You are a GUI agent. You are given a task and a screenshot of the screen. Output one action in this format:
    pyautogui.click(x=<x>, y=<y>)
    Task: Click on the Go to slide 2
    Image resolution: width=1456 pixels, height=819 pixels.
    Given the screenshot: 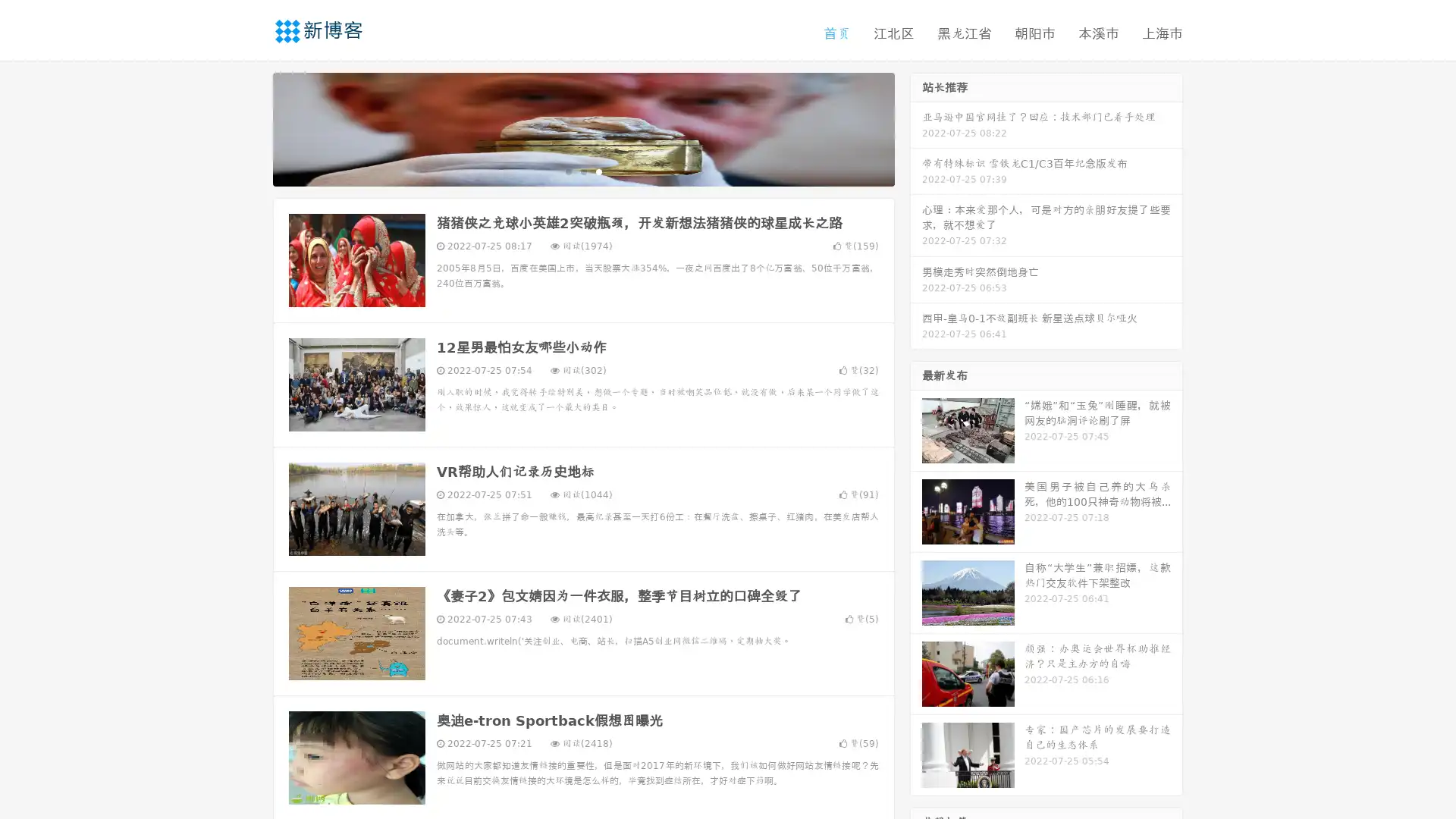 What is the action you would take?
    pyautogui.click(x=582, y=171)
    